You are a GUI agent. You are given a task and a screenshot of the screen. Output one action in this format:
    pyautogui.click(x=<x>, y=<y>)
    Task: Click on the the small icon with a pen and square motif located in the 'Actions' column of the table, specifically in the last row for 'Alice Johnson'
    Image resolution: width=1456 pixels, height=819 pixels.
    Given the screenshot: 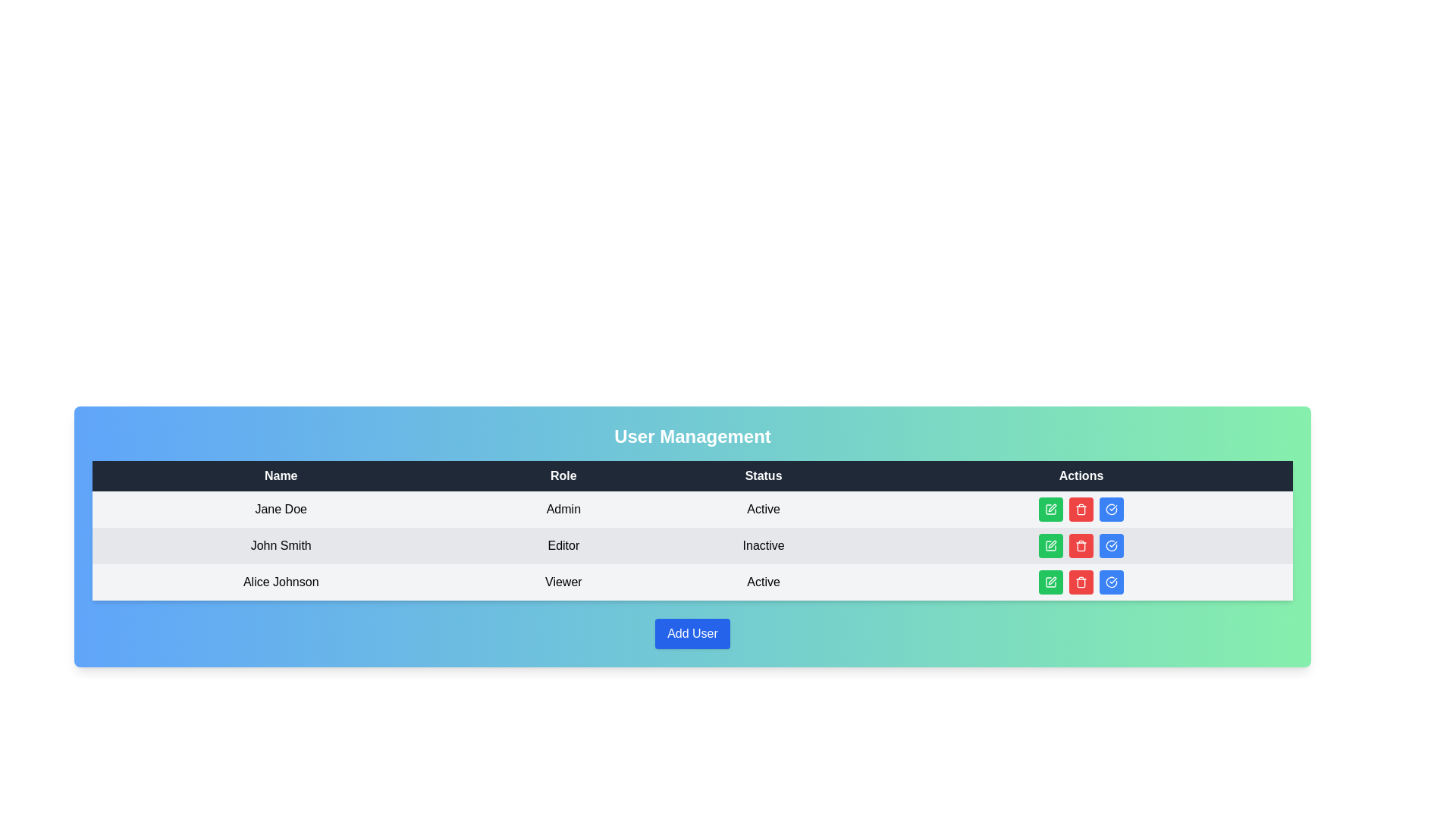 What is the action you would take?
    pyautogui.click(x=1051, y=580)
    